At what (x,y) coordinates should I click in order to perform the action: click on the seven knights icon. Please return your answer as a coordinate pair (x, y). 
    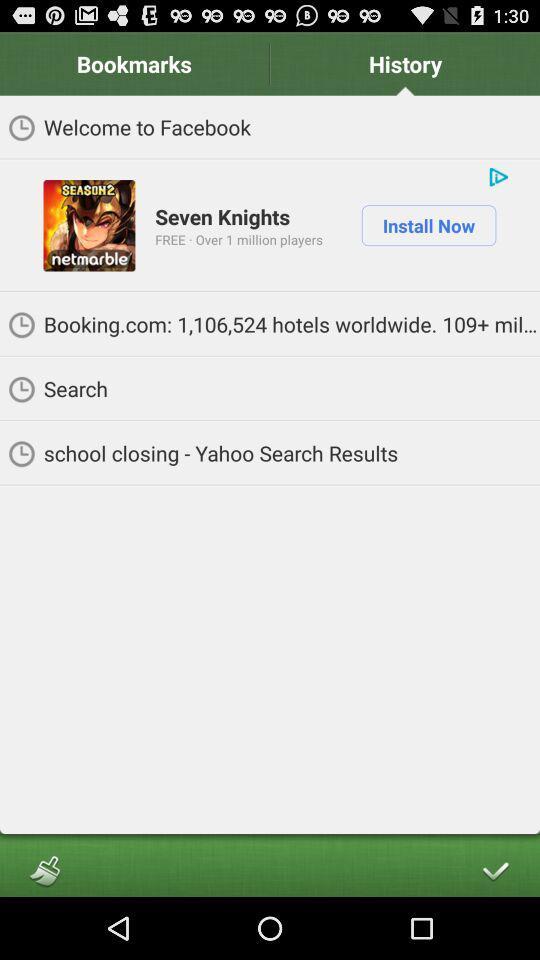
    Looking at the image, I should click on (221, 216).